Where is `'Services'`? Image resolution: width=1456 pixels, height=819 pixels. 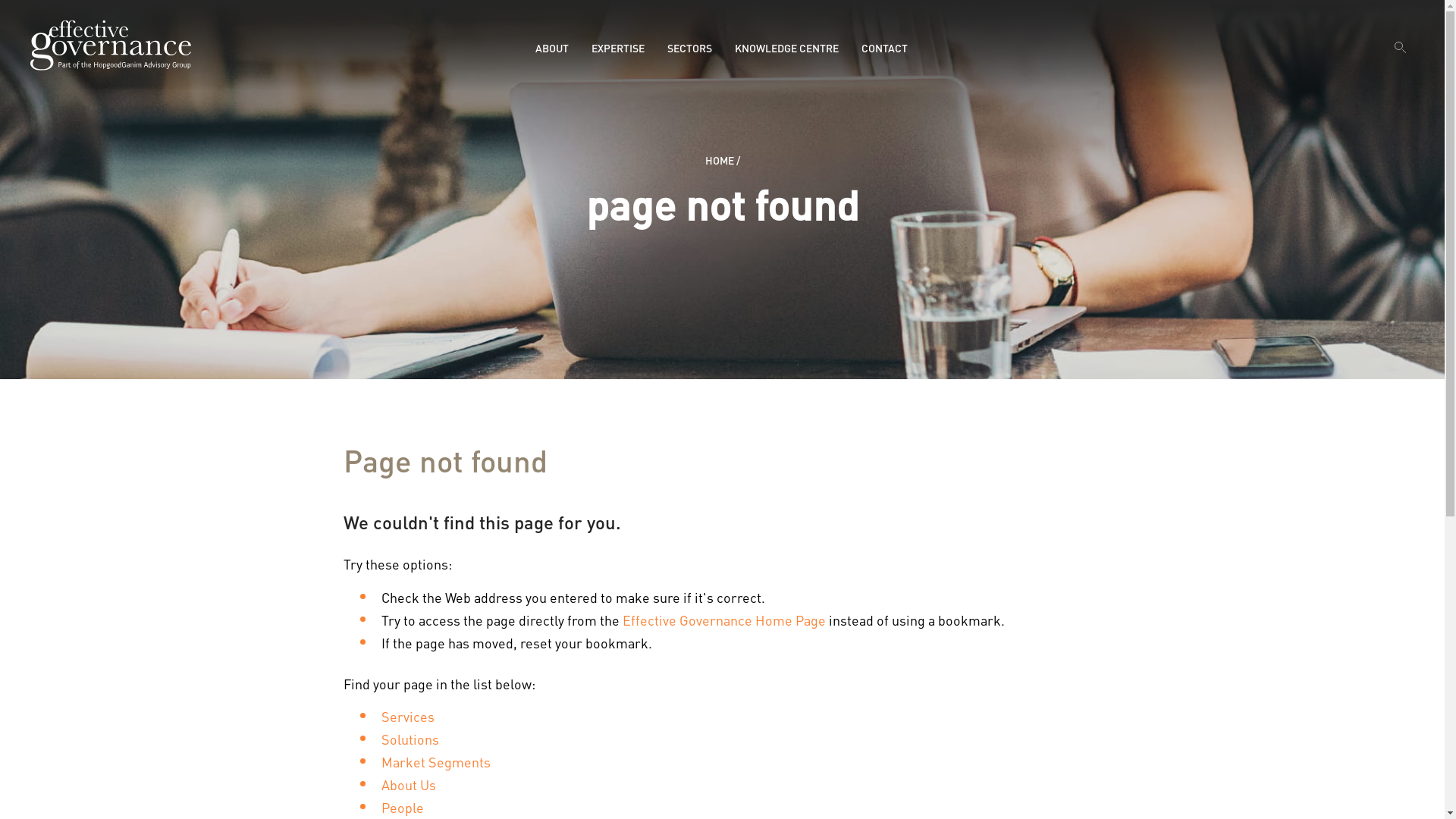 'Services' is located at coordinates (407, 716).